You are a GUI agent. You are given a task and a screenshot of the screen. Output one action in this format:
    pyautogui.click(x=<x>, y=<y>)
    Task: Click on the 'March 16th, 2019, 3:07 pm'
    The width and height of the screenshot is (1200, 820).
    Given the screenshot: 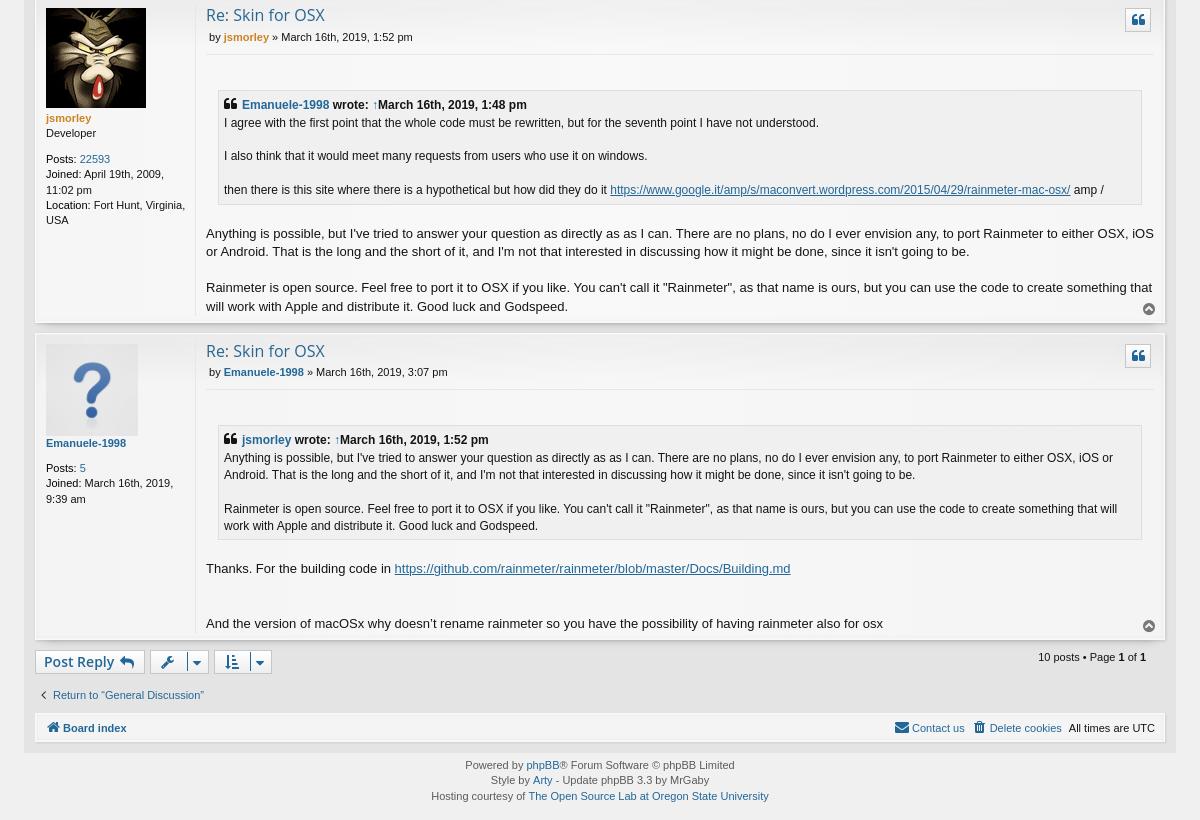 What is the action you would take?
    pyautogui.click(x=315, y=372)
    